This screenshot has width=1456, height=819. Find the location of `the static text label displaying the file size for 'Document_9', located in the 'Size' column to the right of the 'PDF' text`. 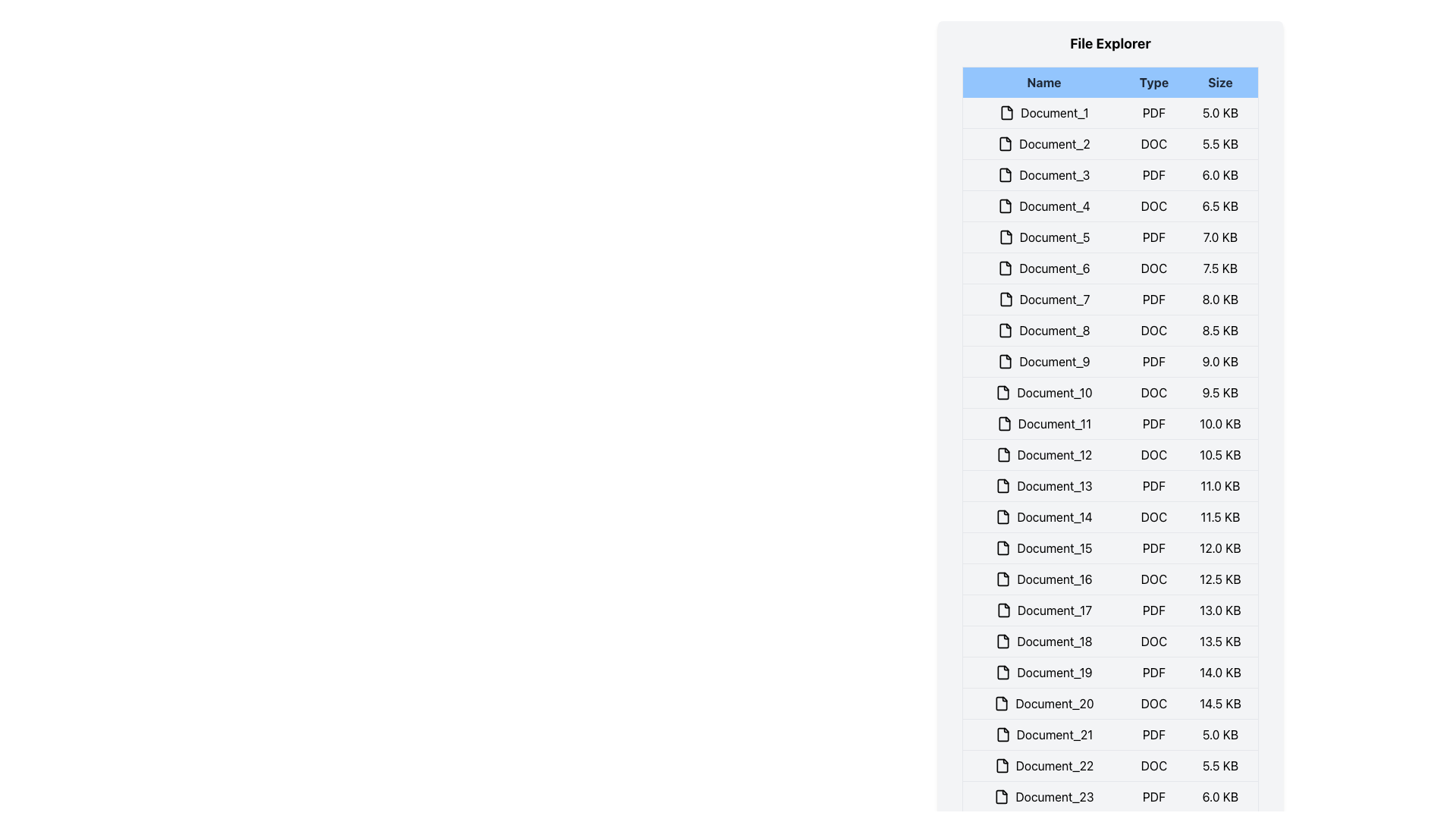

the static text label displaying the file size for 'Document_9', located in the 'Size' column to the right of the 'PDF' text is located at coordinates (1220, 362).